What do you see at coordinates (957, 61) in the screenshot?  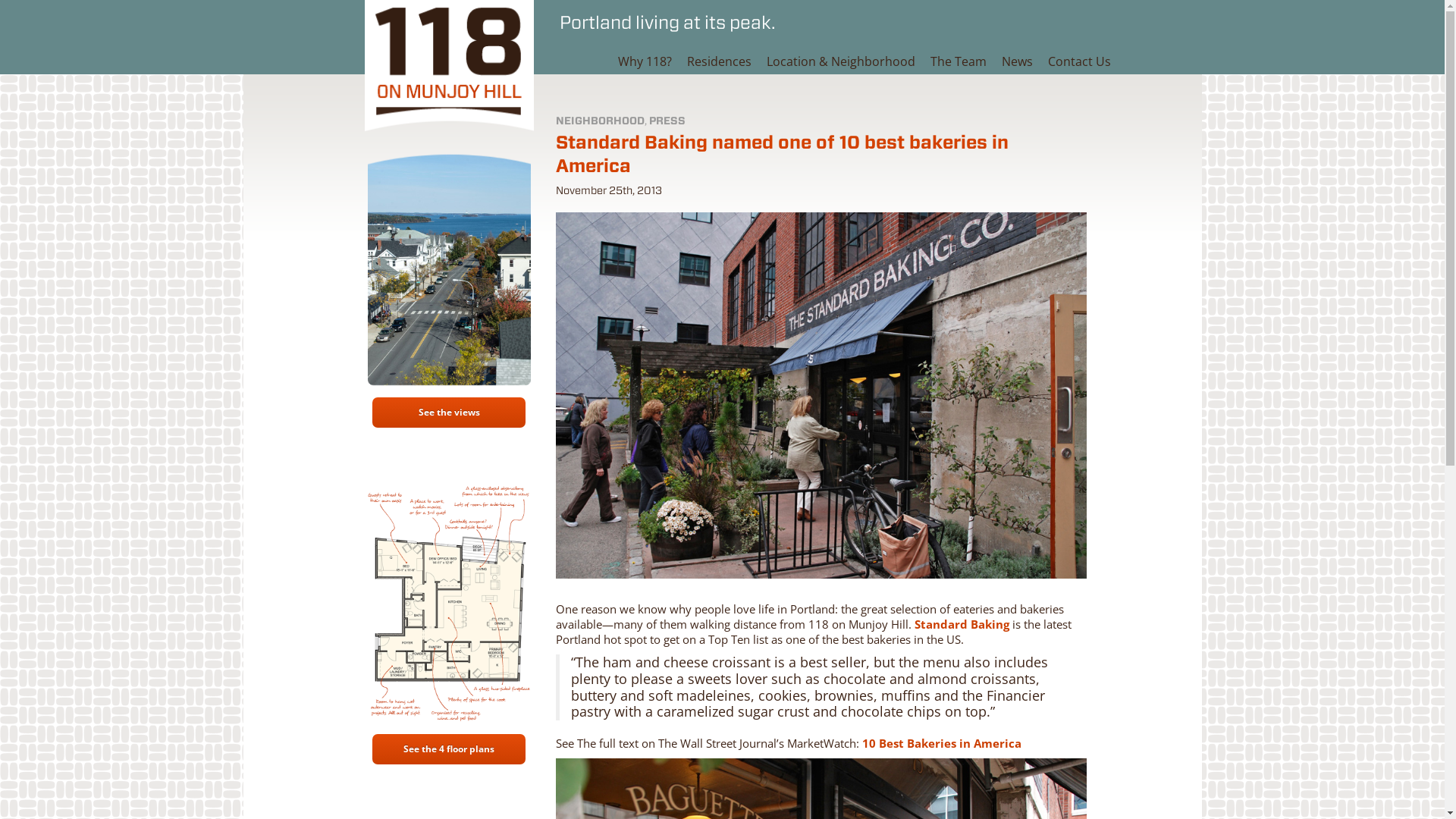 I see `'The Team'` at bounding box center [957, 61].